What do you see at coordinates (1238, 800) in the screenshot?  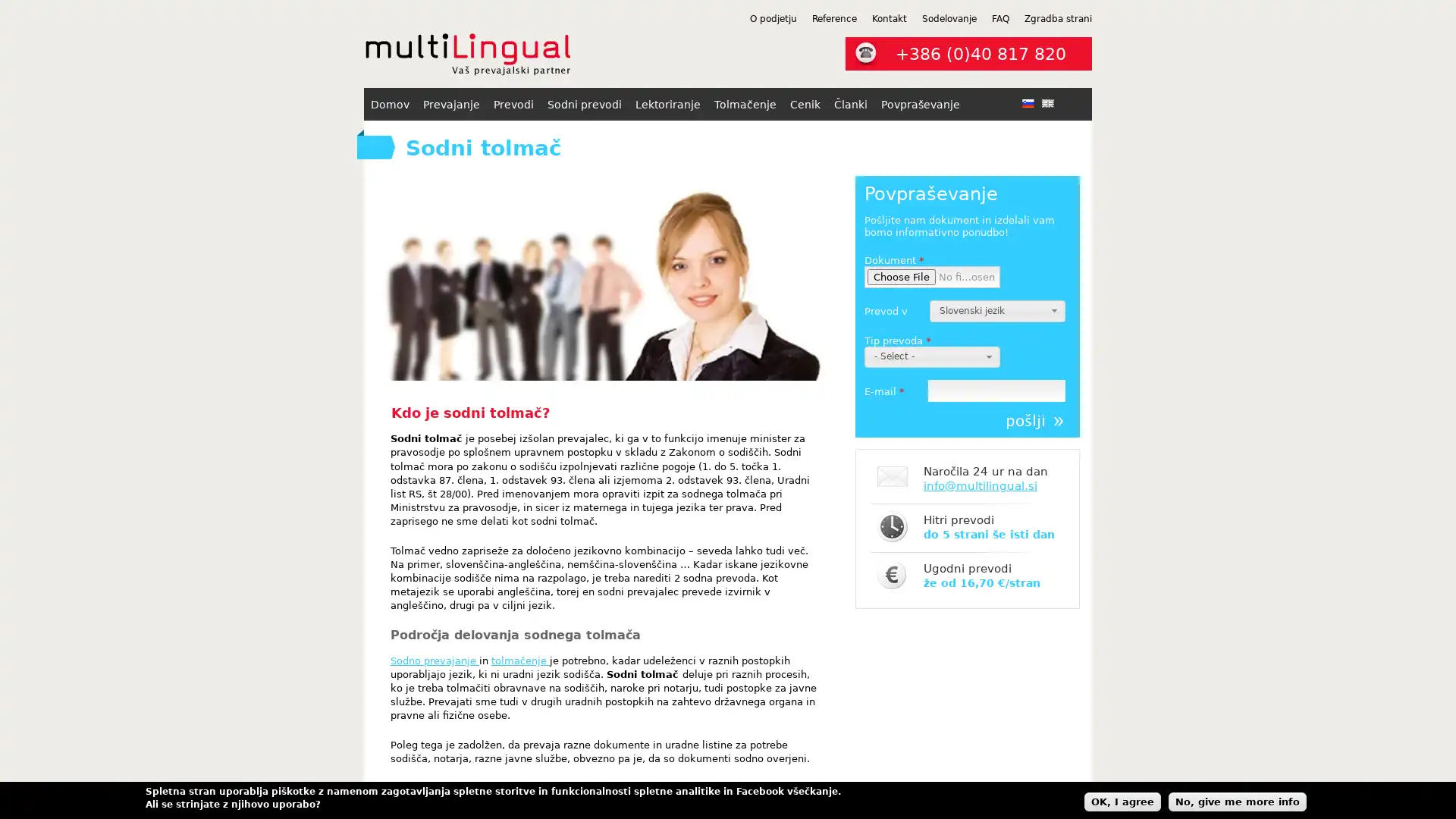 I see `No, give me more info` at bounding box center [1238, 800].